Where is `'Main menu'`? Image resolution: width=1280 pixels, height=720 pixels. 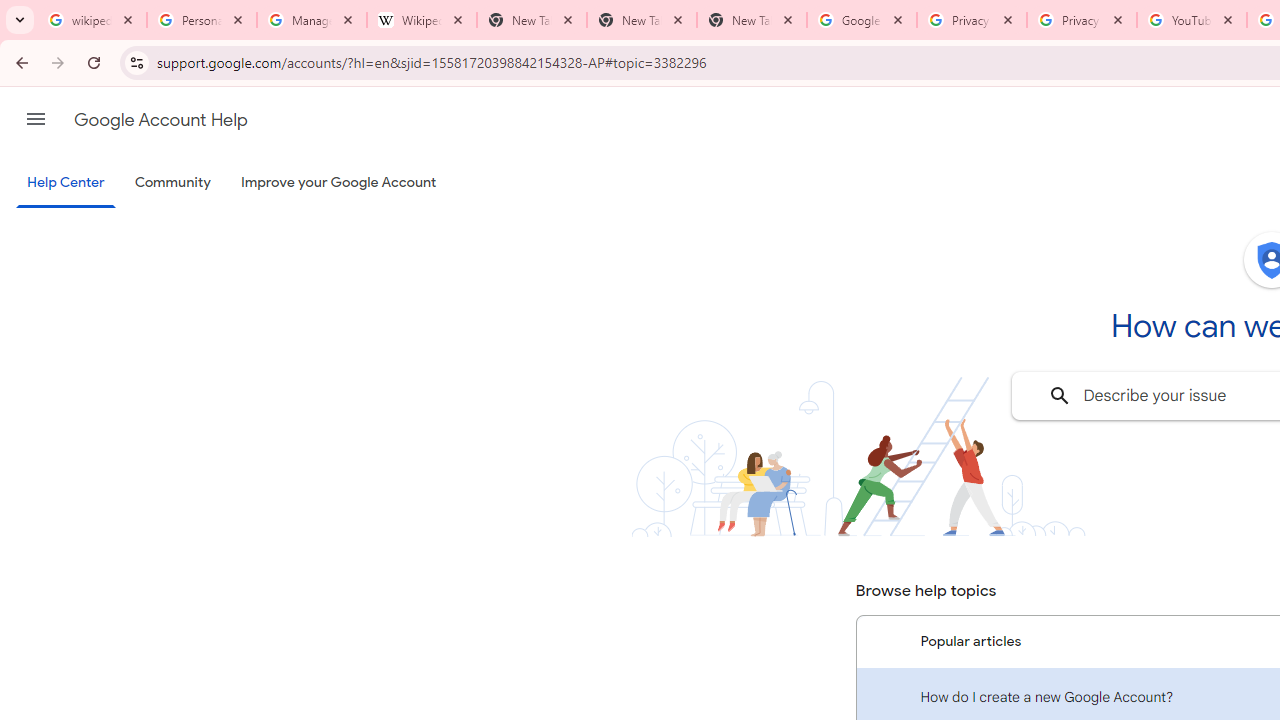
'Main menu' is located at coordinates (35, 119).